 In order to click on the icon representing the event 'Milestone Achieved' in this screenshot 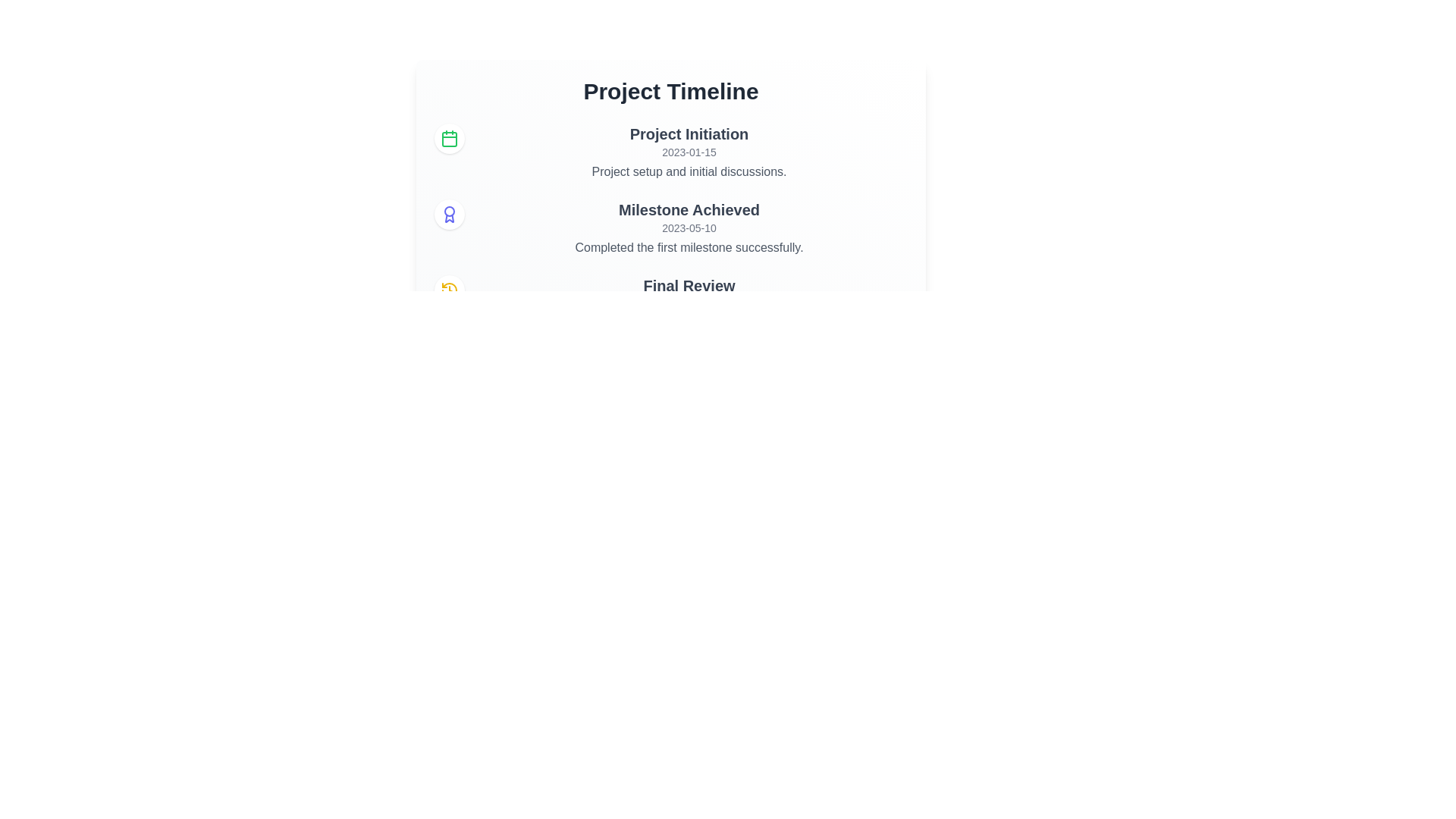, I will do `click(449, 214)`.